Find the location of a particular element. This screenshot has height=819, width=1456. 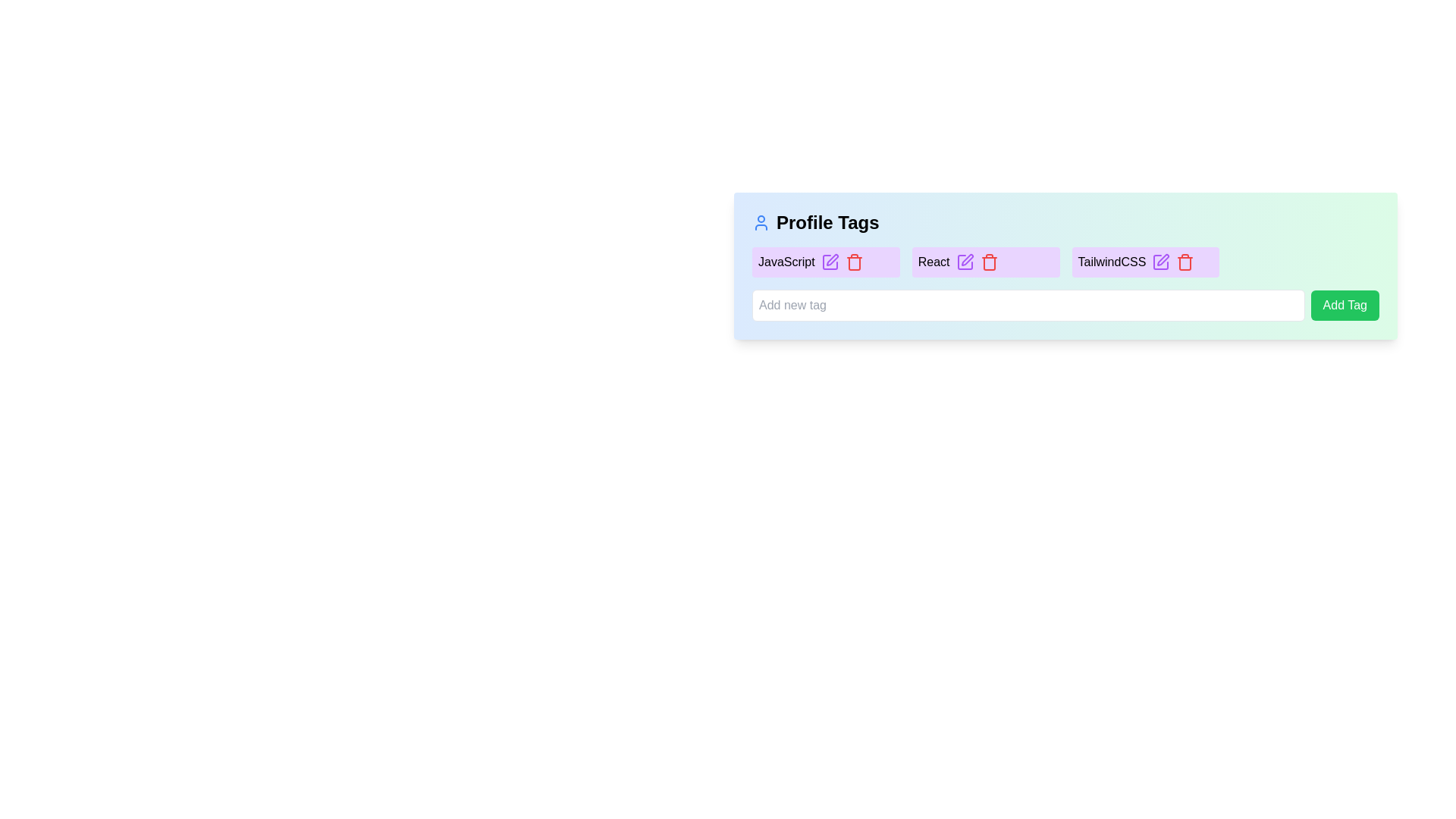

the icon button with a purple outline of a square and a pen icon, located next to the 'TailwindCSS' label in the horizontal list of icons is located at coordinates (1160, 262).